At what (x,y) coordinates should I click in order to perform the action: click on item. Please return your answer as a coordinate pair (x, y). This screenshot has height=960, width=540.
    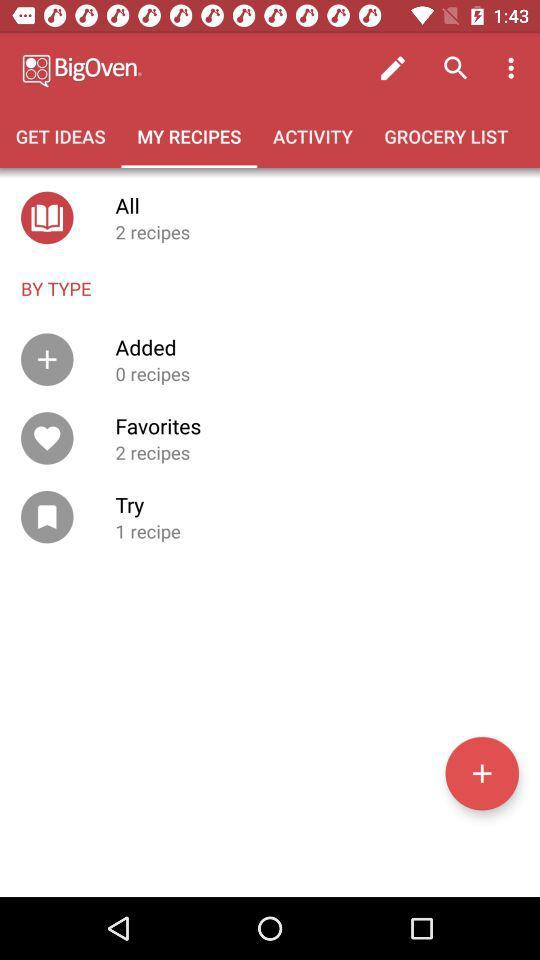
    Looking at the image, I should click on (481, 772).